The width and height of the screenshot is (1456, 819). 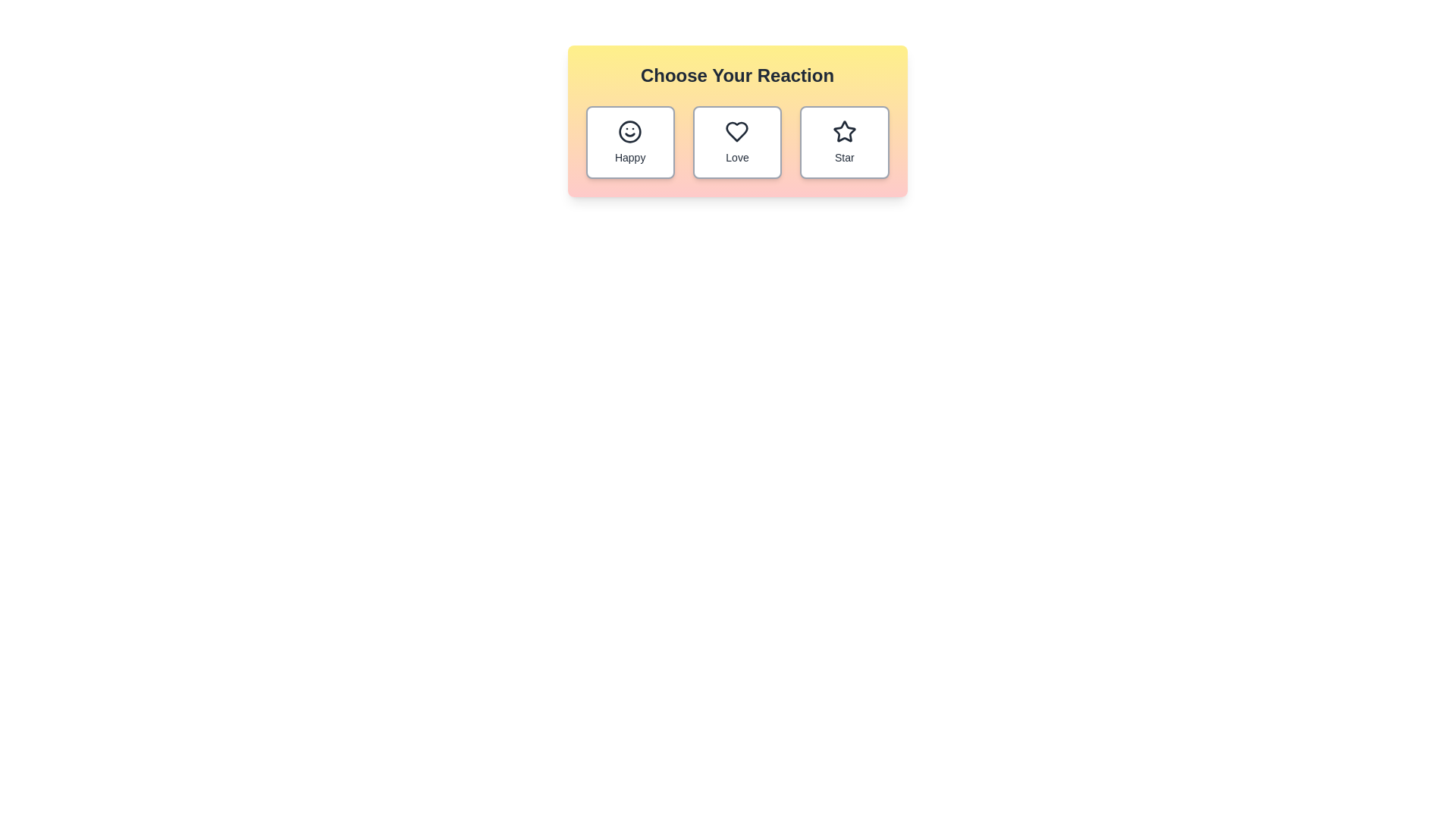 I want to click on the reaction icon corresponding to Love to toggle its selection, so click(x=736, y=143).